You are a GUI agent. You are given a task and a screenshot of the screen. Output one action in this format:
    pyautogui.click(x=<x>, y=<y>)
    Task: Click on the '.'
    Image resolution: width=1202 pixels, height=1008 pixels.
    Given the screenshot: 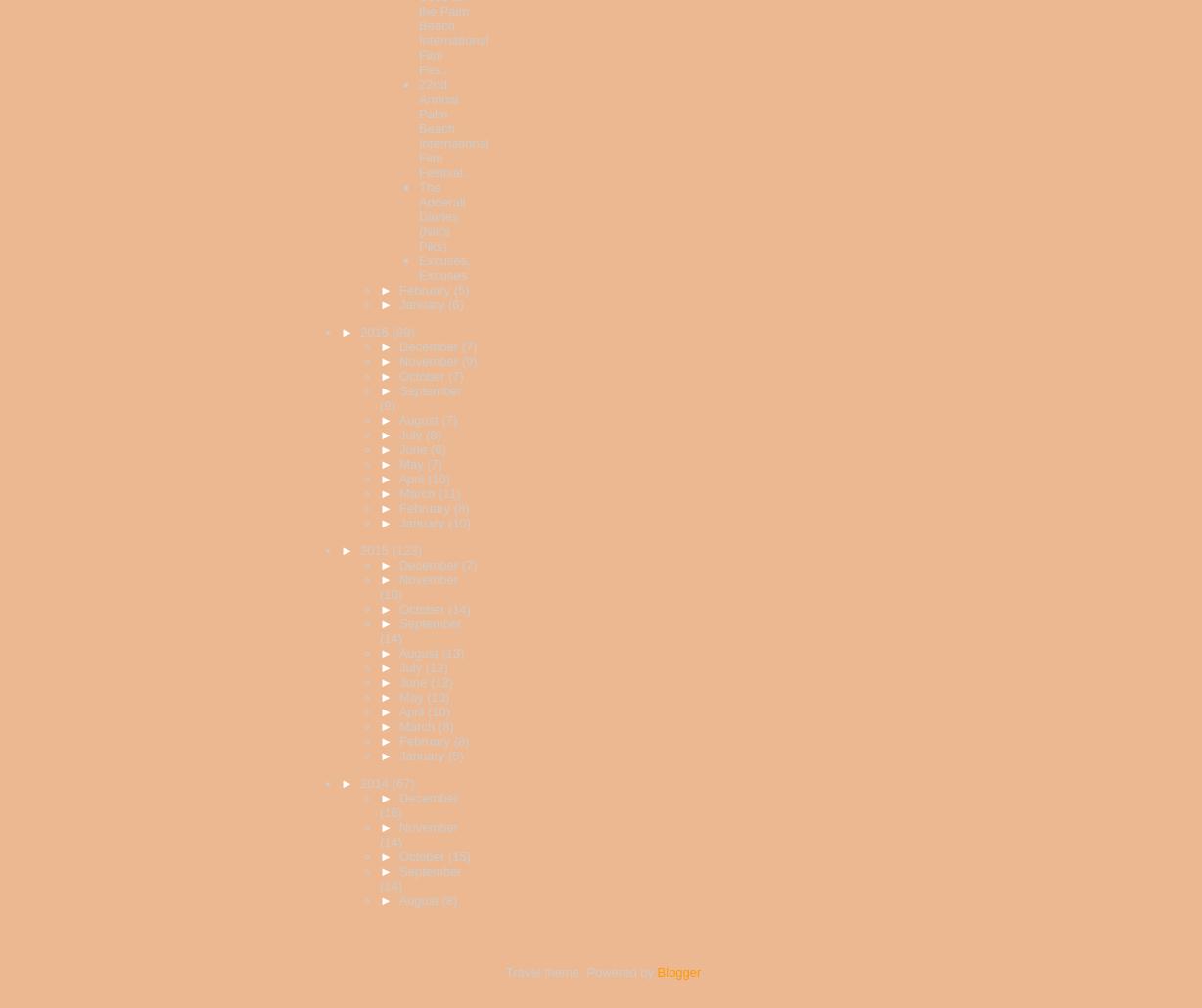 What is the action you would take?
    pyautogui.click(x=699, y=971)
    